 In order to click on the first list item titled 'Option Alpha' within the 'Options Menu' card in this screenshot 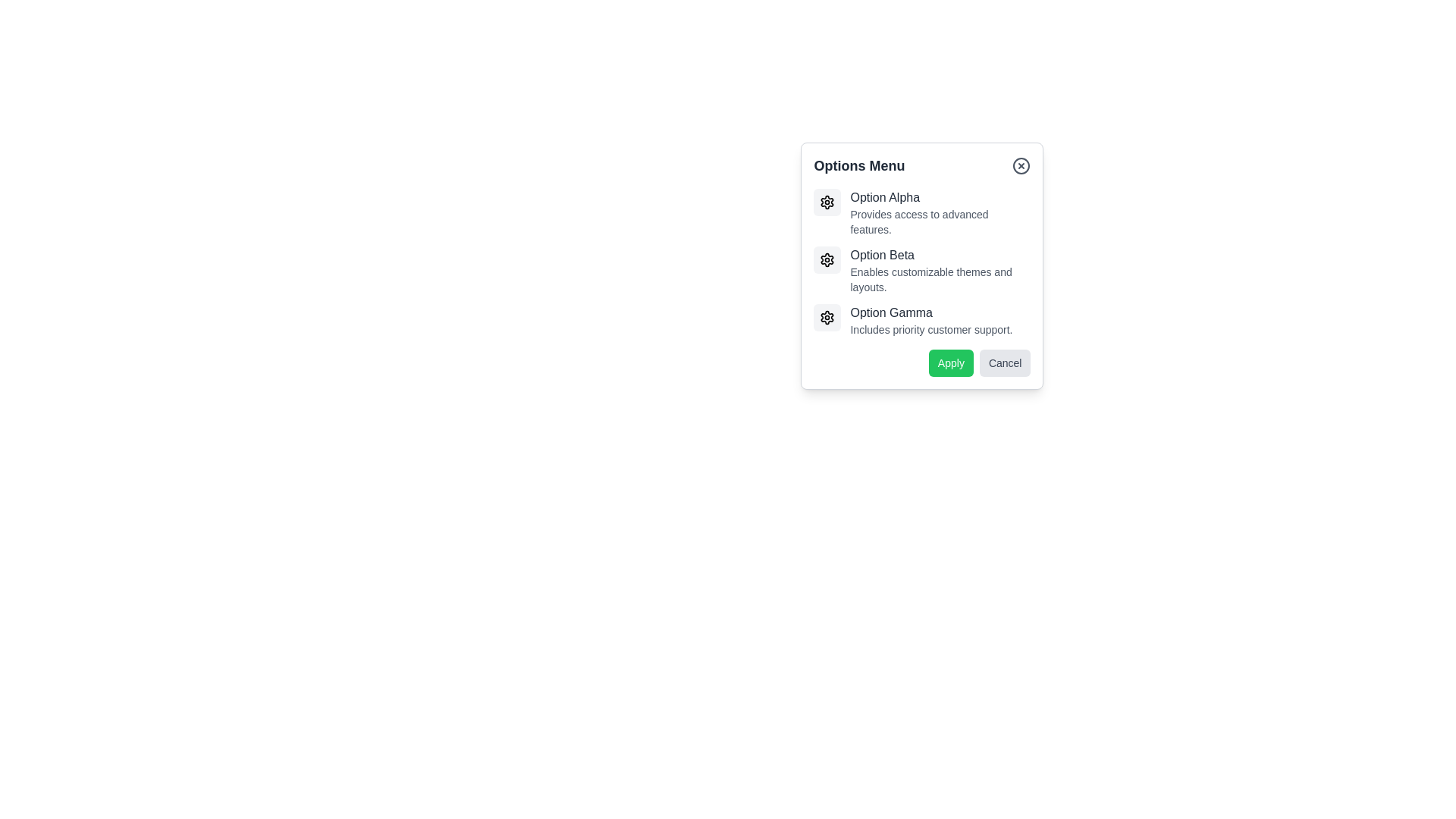, I will do `click(940, 213)`.